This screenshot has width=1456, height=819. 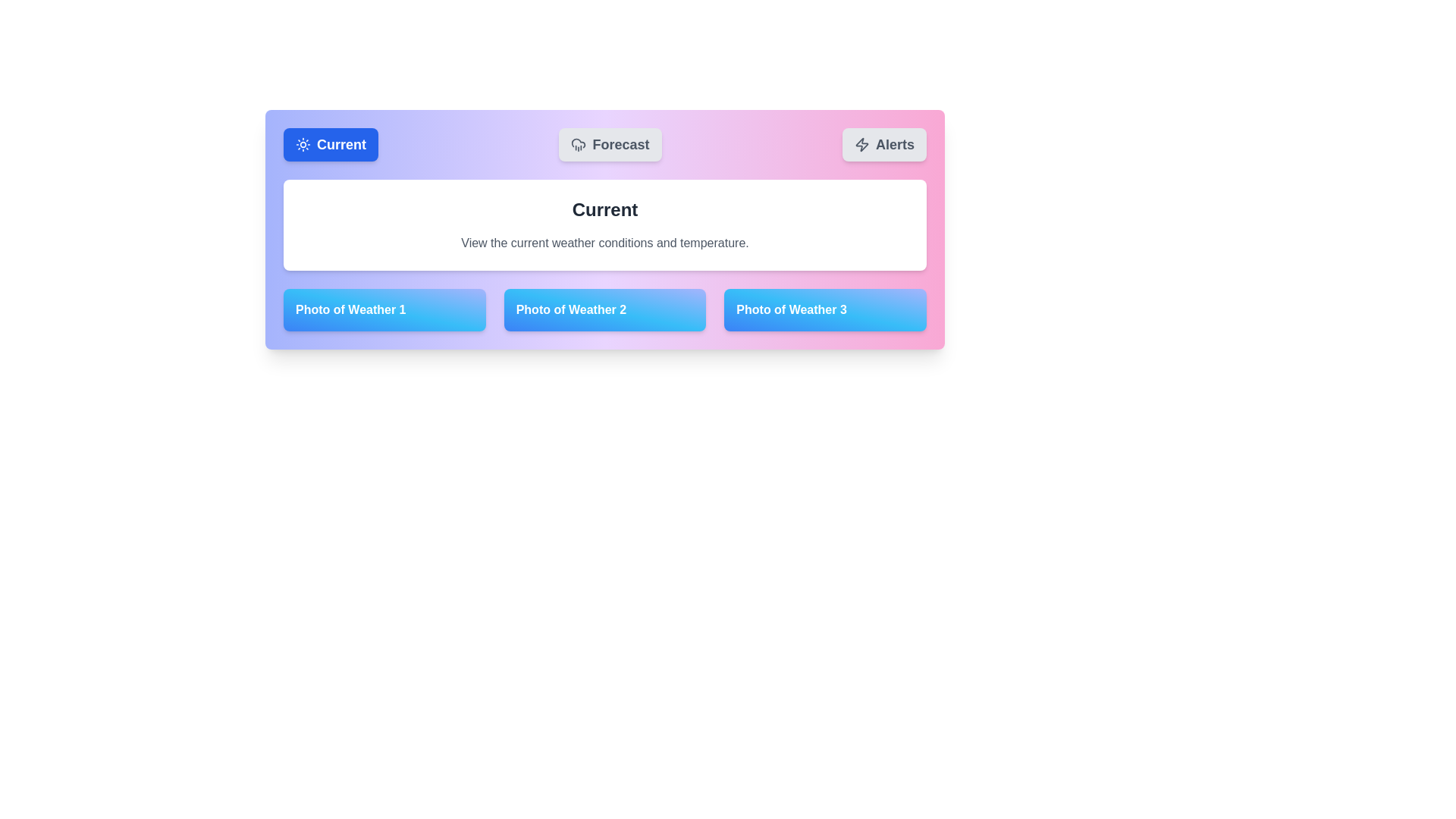 I want to click on the second button in the group of three buttons at the top of the interface, so click(x=610, y=145).